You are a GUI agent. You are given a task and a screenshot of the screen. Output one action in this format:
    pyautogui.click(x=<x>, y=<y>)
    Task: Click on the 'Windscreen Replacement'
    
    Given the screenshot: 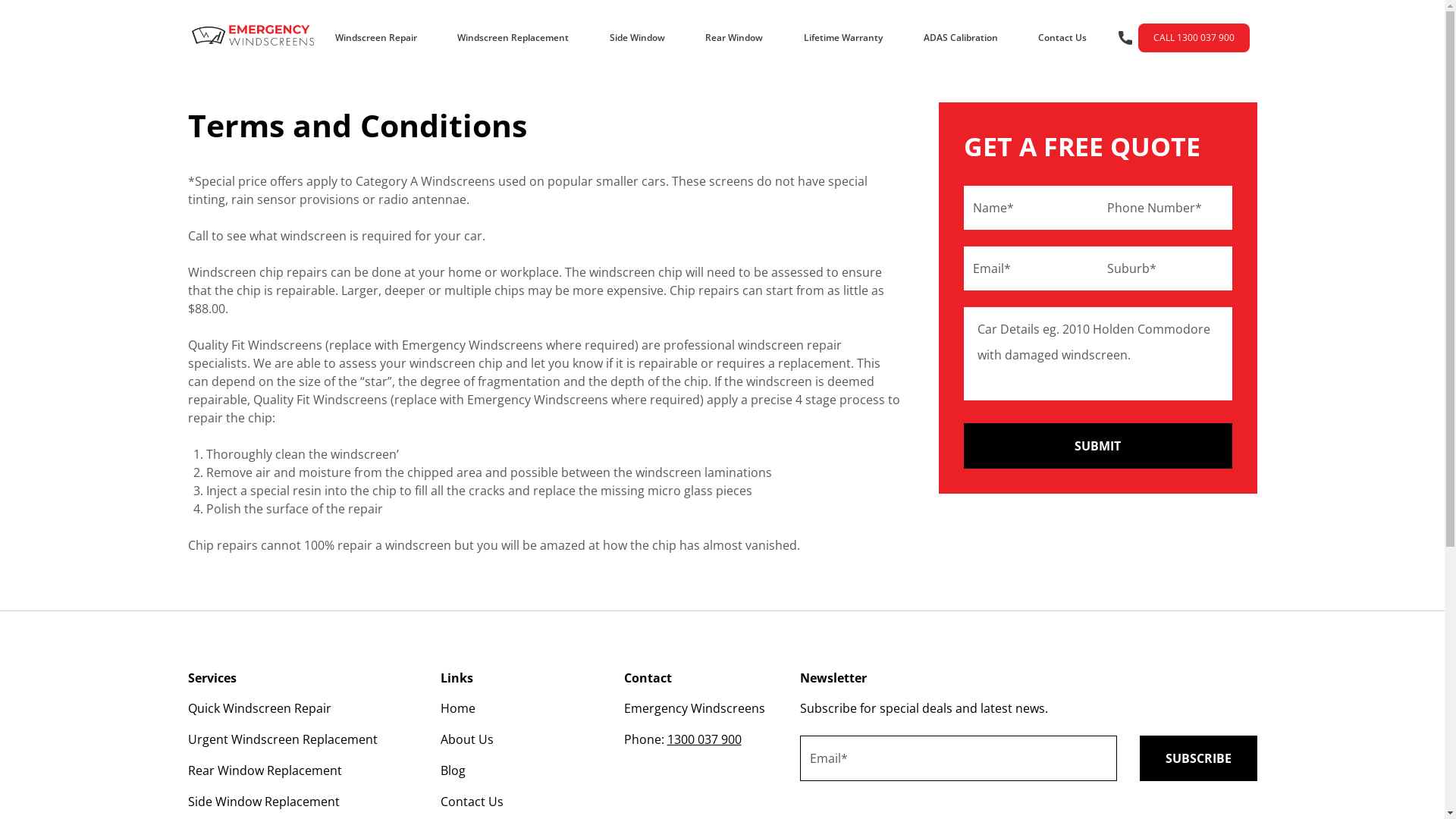 What is the action you would take?
    pyautogui.click(x=443, y=37)
    